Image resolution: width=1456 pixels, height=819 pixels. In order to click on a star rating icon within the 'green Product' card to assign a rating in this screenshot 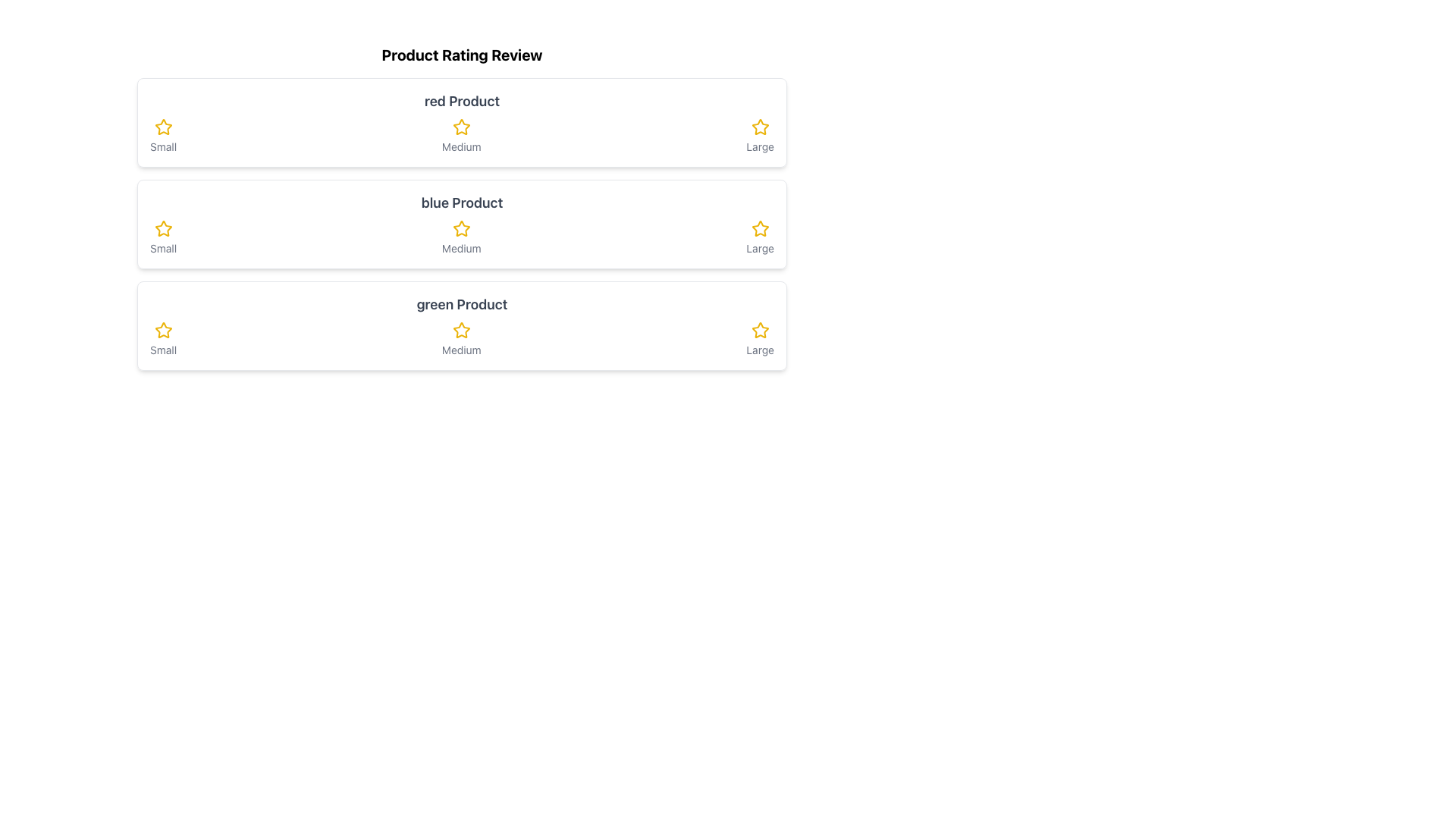, I will do `click(461, 325)`.